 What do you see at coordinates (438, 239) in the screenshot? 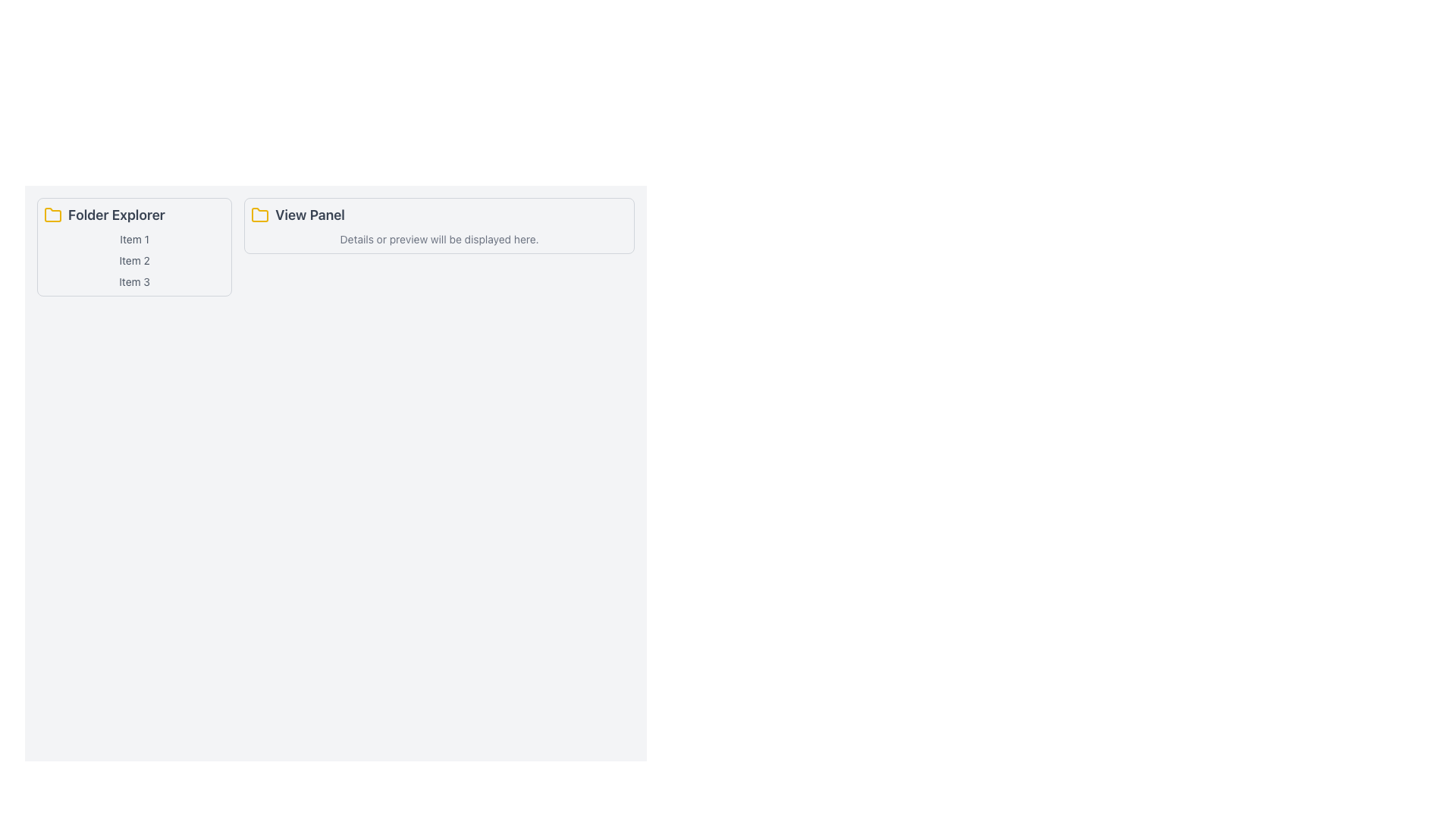
I see `the informational placeholder text located at the lower portion of the 'View Panel' section, following the title 'View Panel'` at bounding box center [438, 239].